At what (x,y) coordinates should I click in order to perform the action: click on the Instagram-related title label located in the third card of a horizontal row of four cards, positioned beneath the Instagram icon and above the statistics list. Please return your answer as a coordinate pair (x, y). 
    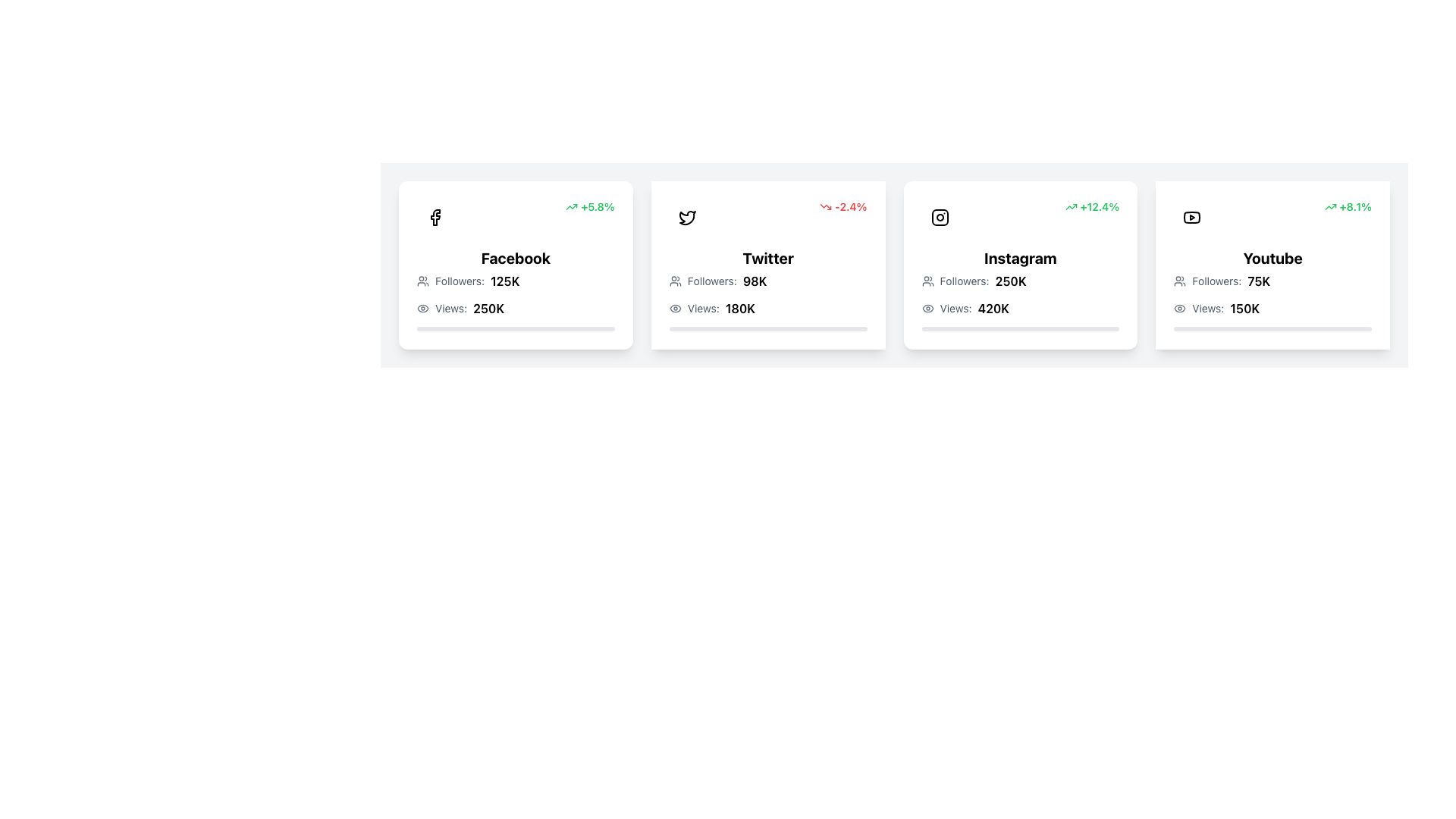
    Looking at the image, I should click on (1020, 257).